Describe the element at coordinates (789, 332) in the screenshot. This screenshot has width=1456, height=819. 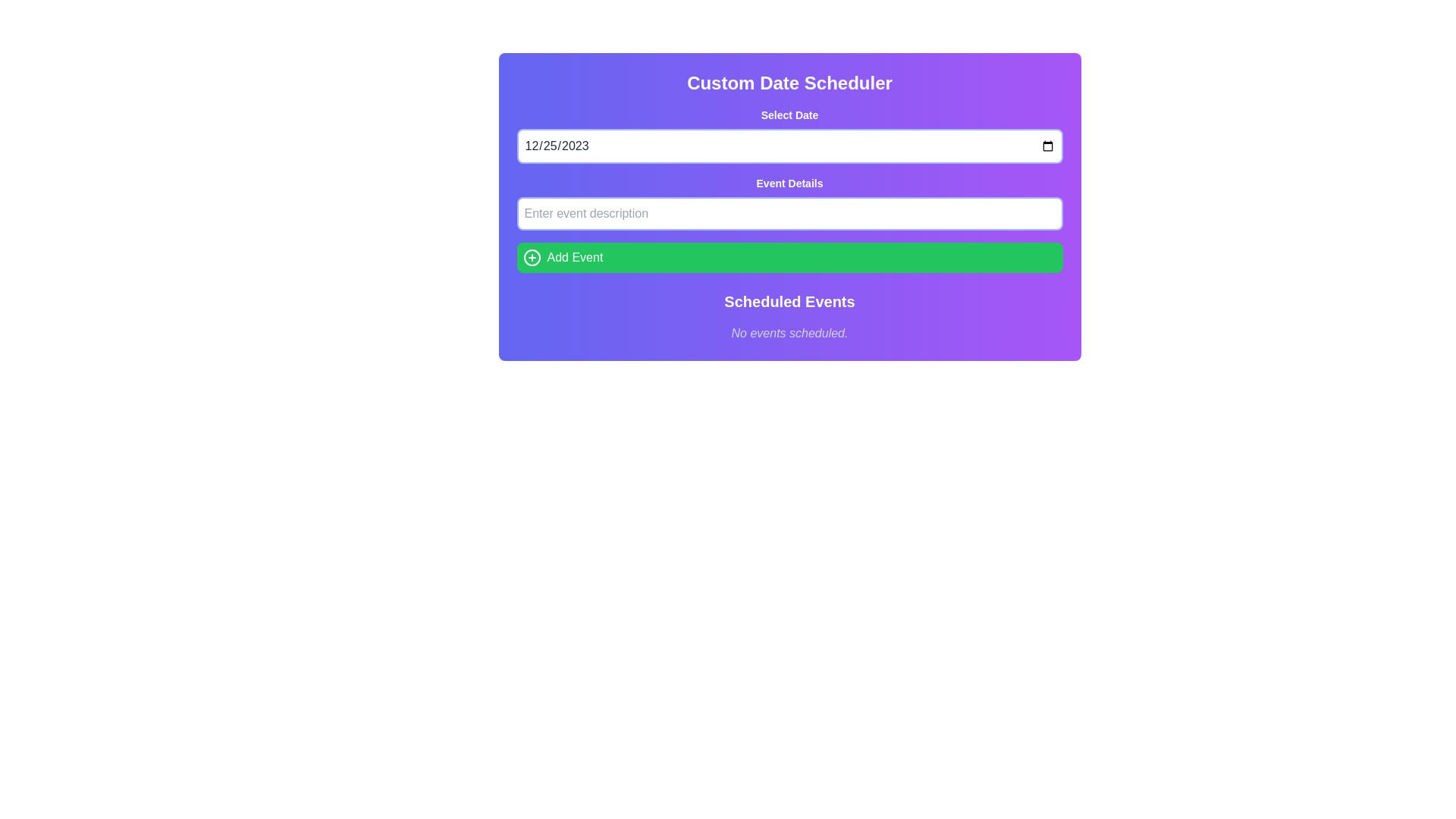
I see `the static text label indicating that no events are currently scheduled, located below the 'Scheduled Events' heading and horizontally centered` at that location.